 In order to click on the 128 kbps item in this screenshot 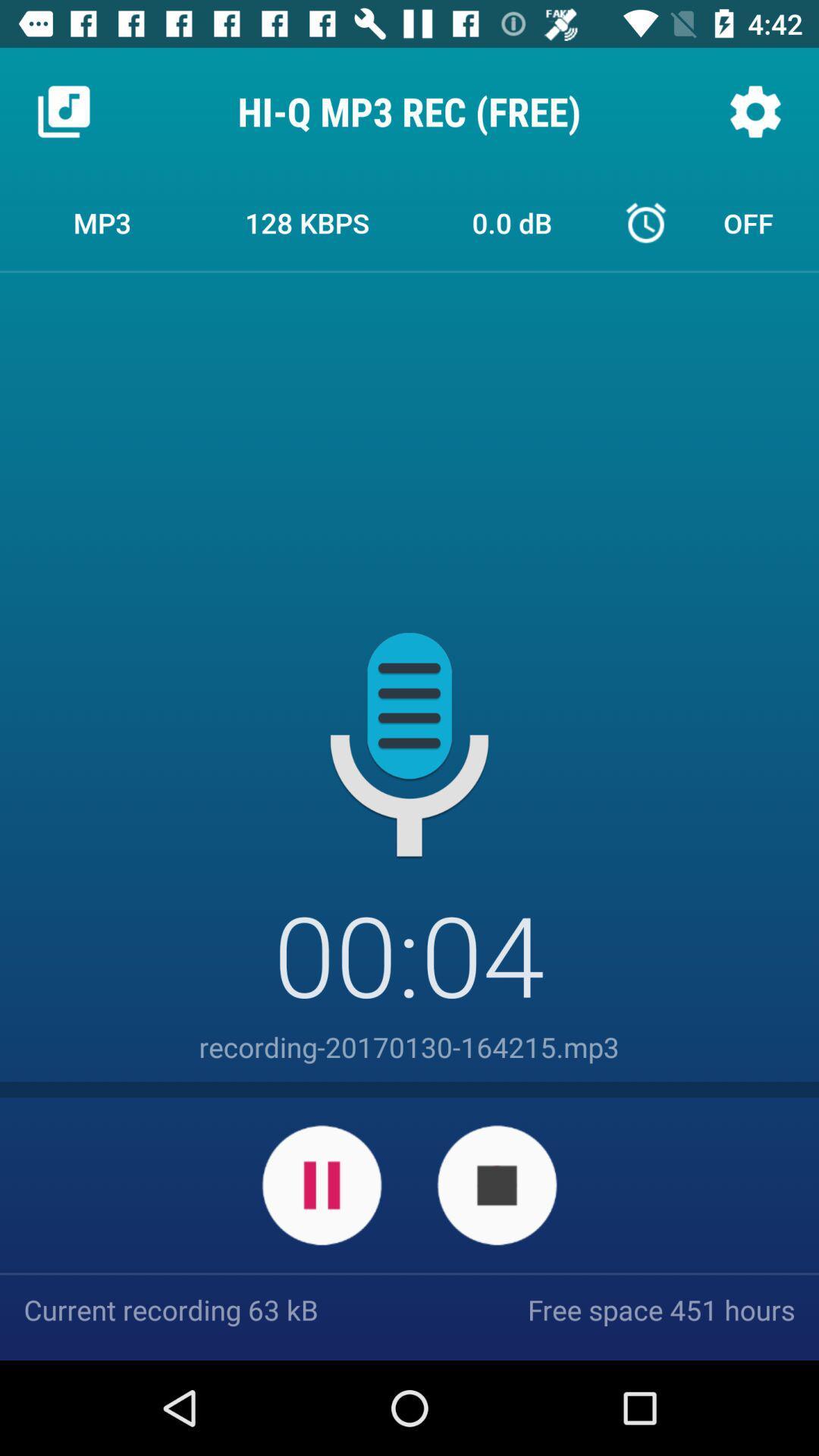, I will do `click(307, 221)`.